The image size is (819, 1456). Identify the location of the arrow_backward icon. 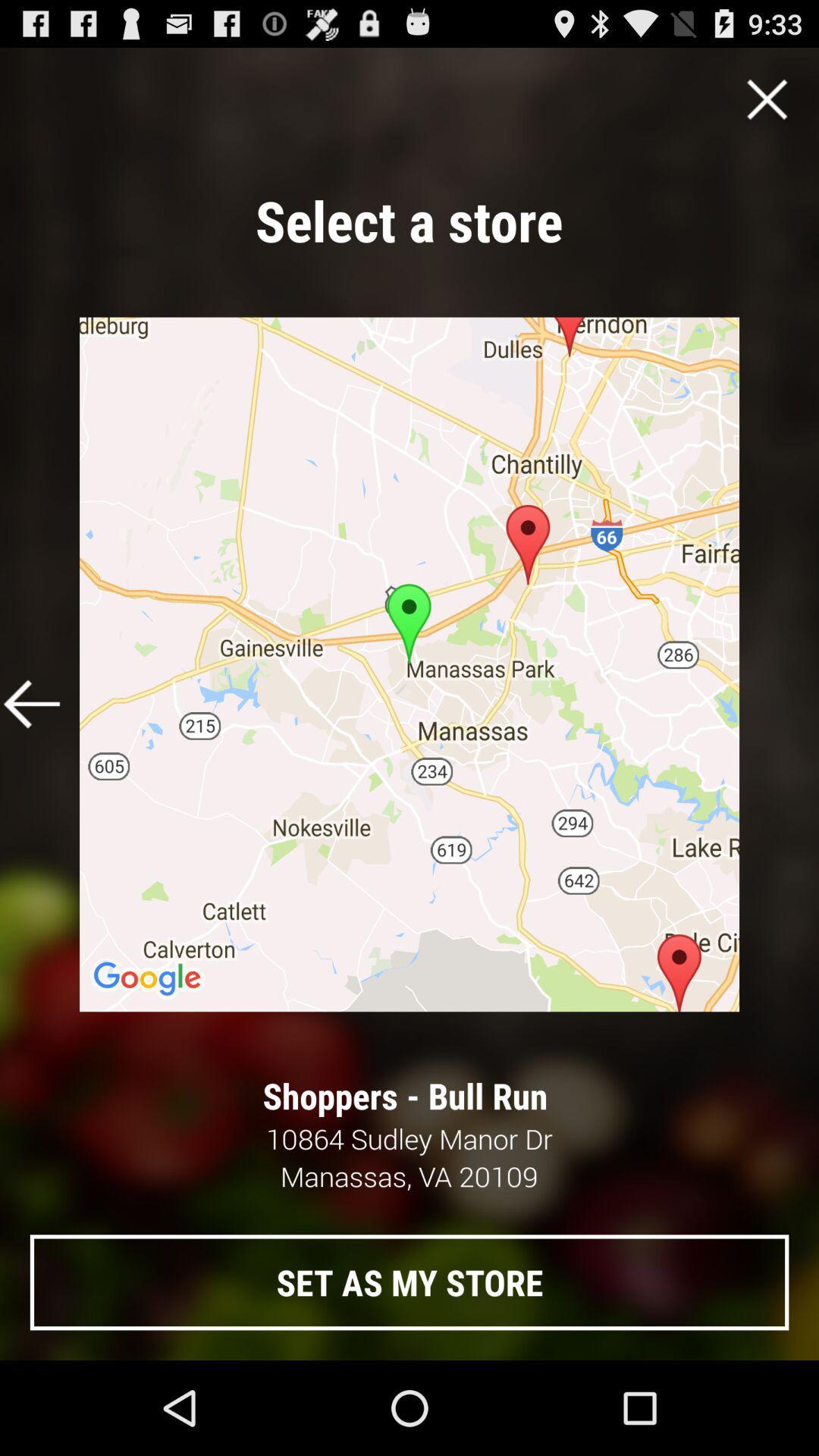
(32, 753).